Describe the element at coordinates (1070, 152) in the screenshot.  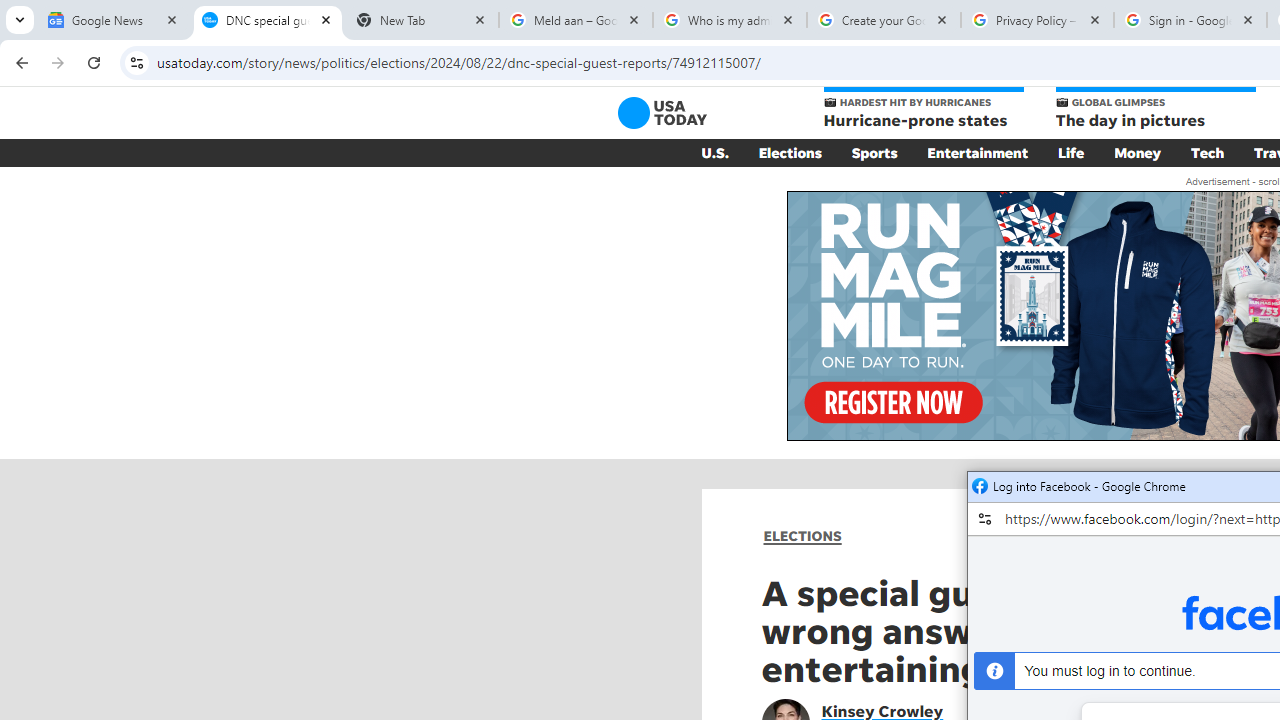
I see `'Life'` at that location.